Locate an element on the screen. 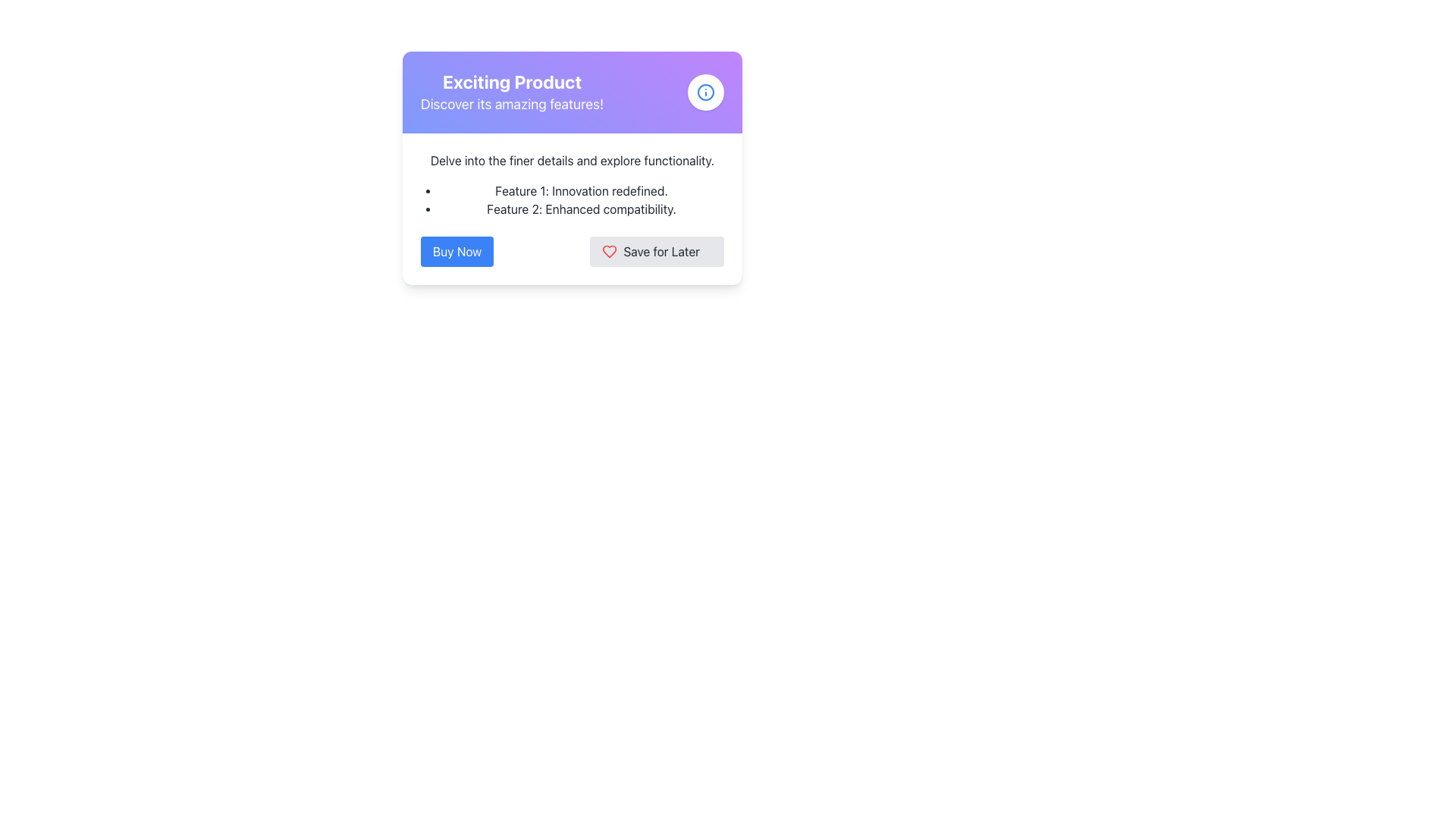 Image resolution: width=1456 pixels, height=819 pixels. the 'Save for Later' icon located to the left of the 'Save for Later' button in the lower right corner of the interface card is located at coordinates (610, 250).